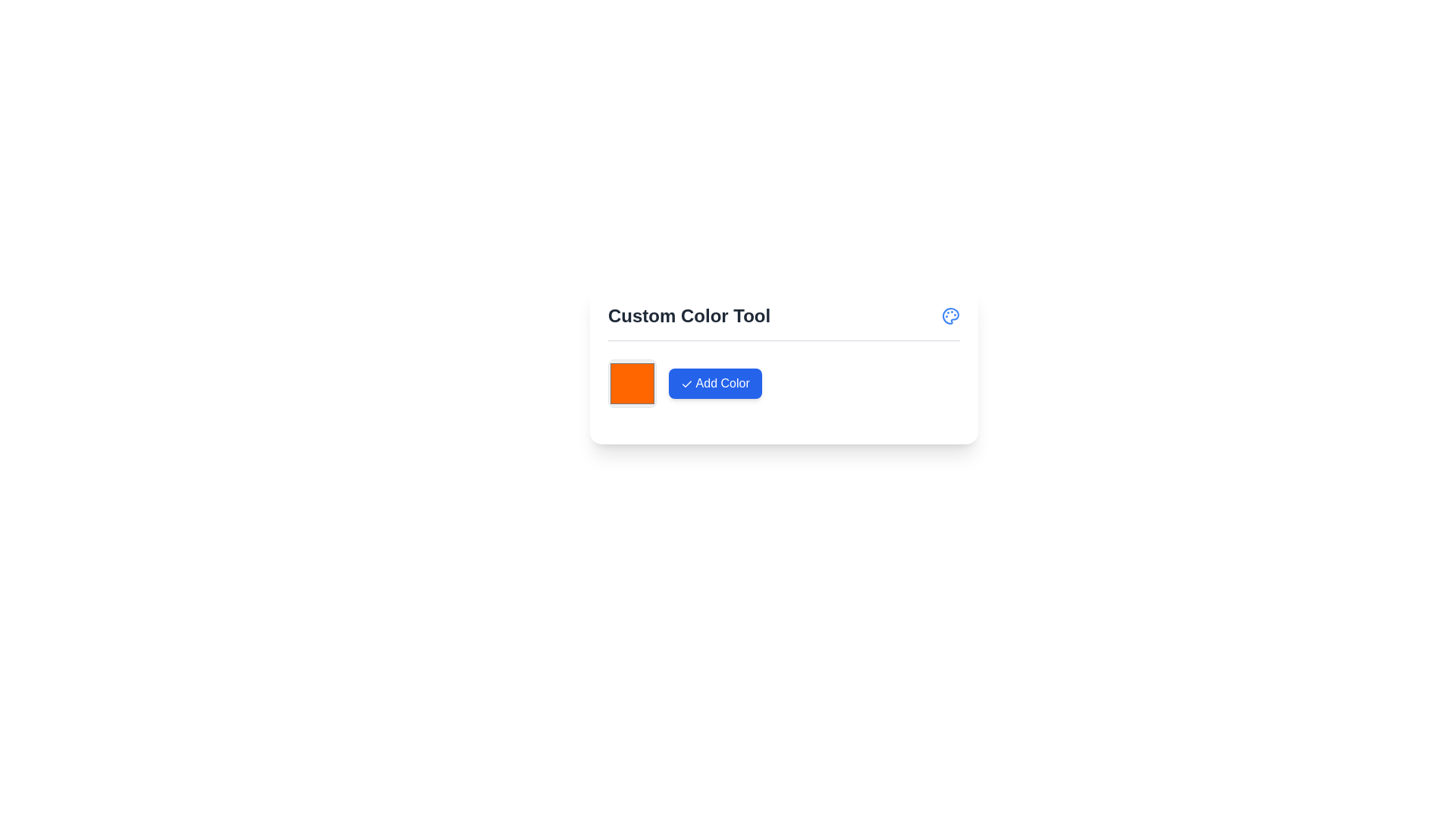  Describe the element at coordinates (783, 391) in the screenshot. I see `the confirm button located within the 'Custom Color Tool' section` at that location.